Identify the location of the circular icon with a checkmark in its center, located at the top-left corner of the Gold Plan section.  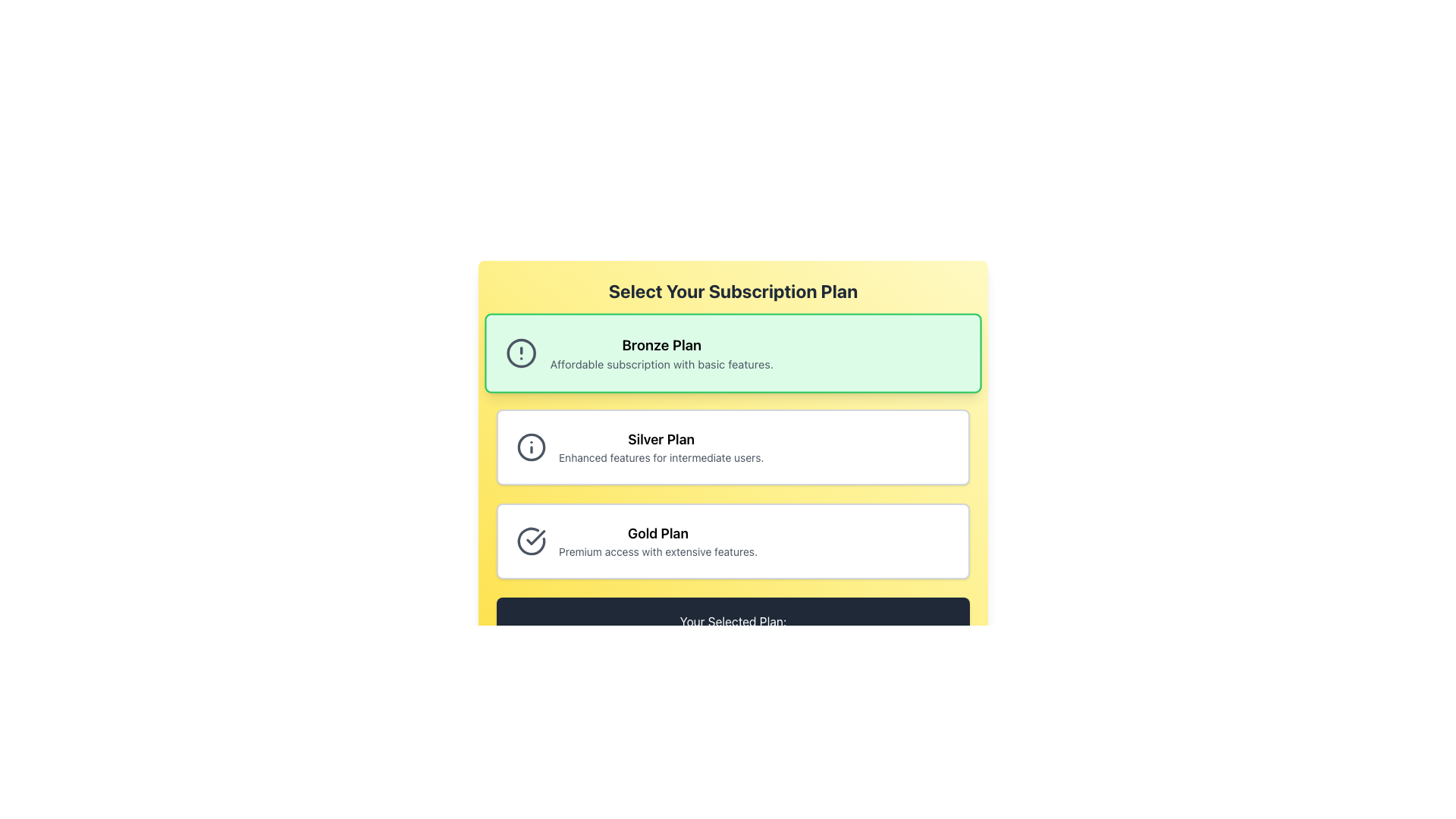
(531, 540).